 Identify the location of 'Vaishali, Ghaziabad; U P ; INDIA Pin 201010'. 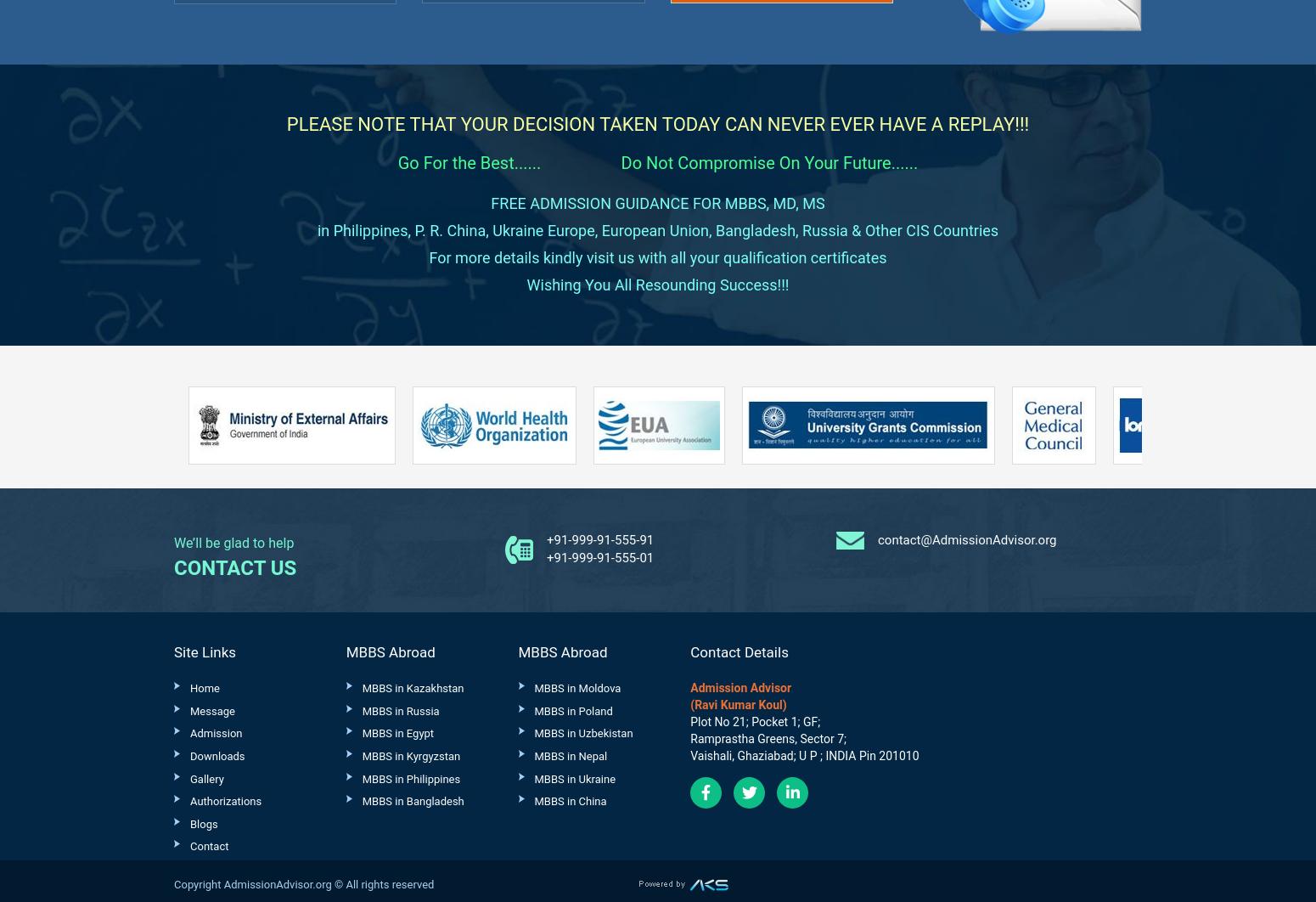
(803, 754).